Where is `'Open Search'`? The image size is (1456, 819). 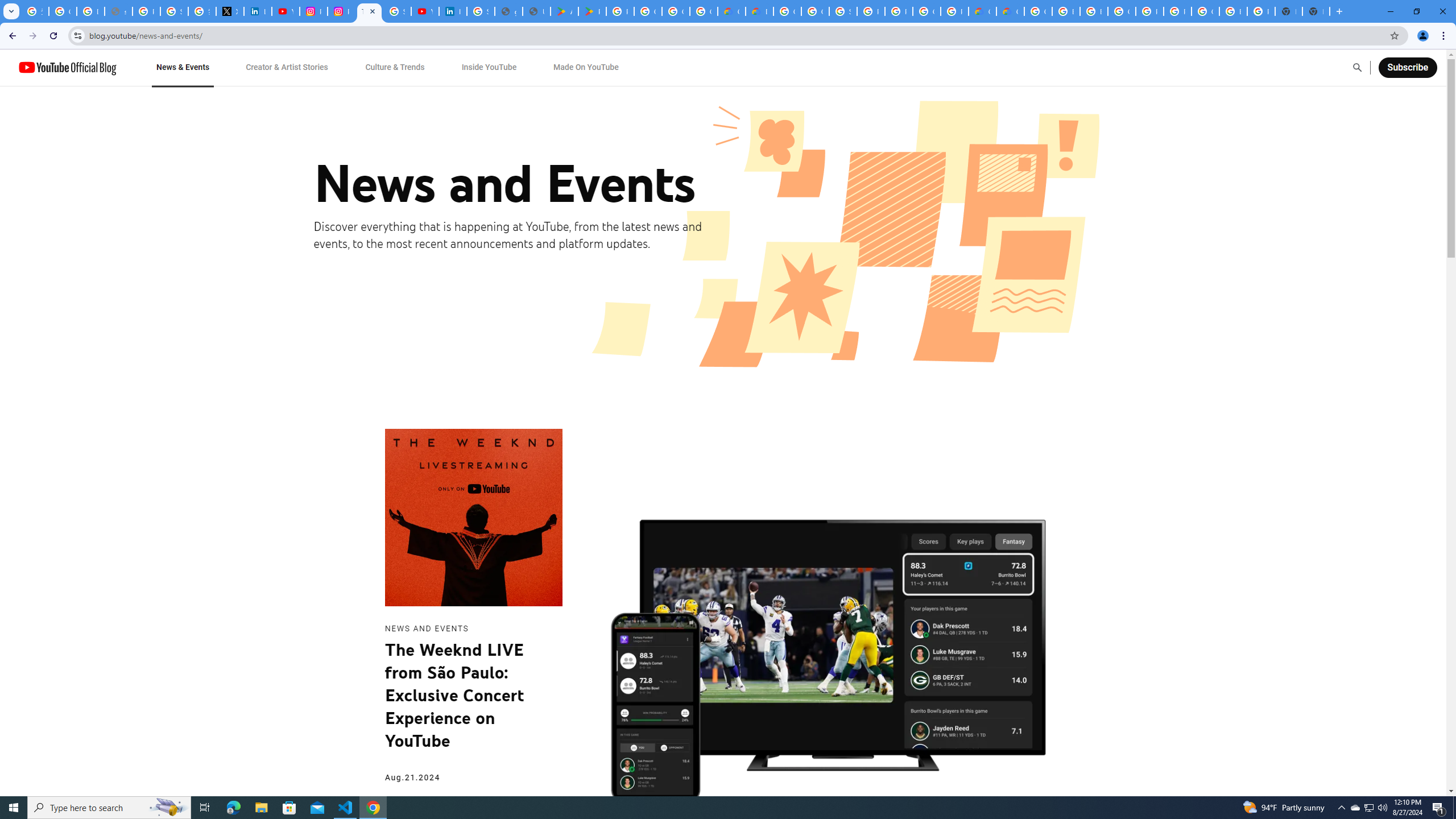
'Open Search' is located at coordinates (1357, 67).